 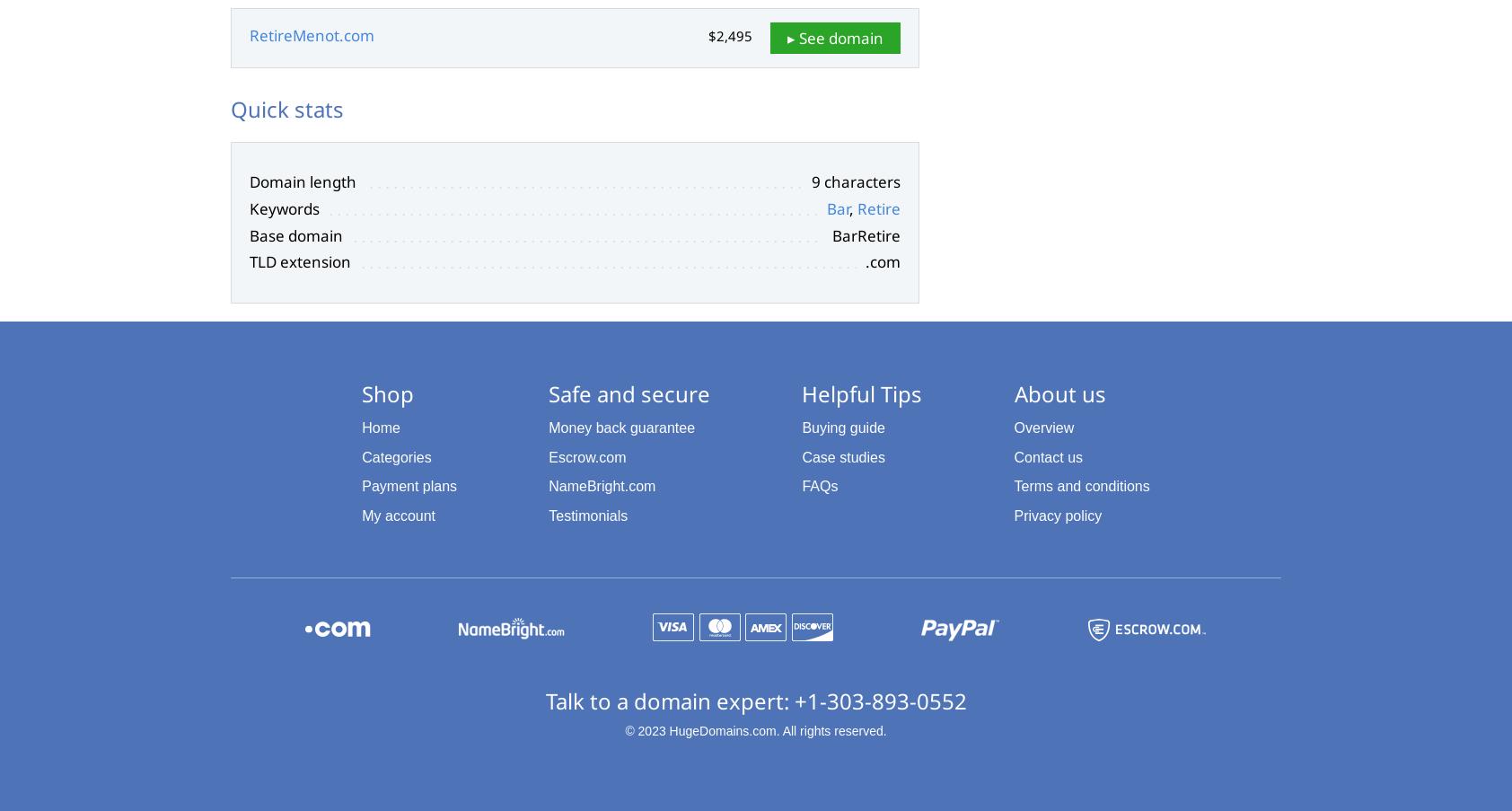 I want to click on 'Overview', so click(x=1043, y=427).